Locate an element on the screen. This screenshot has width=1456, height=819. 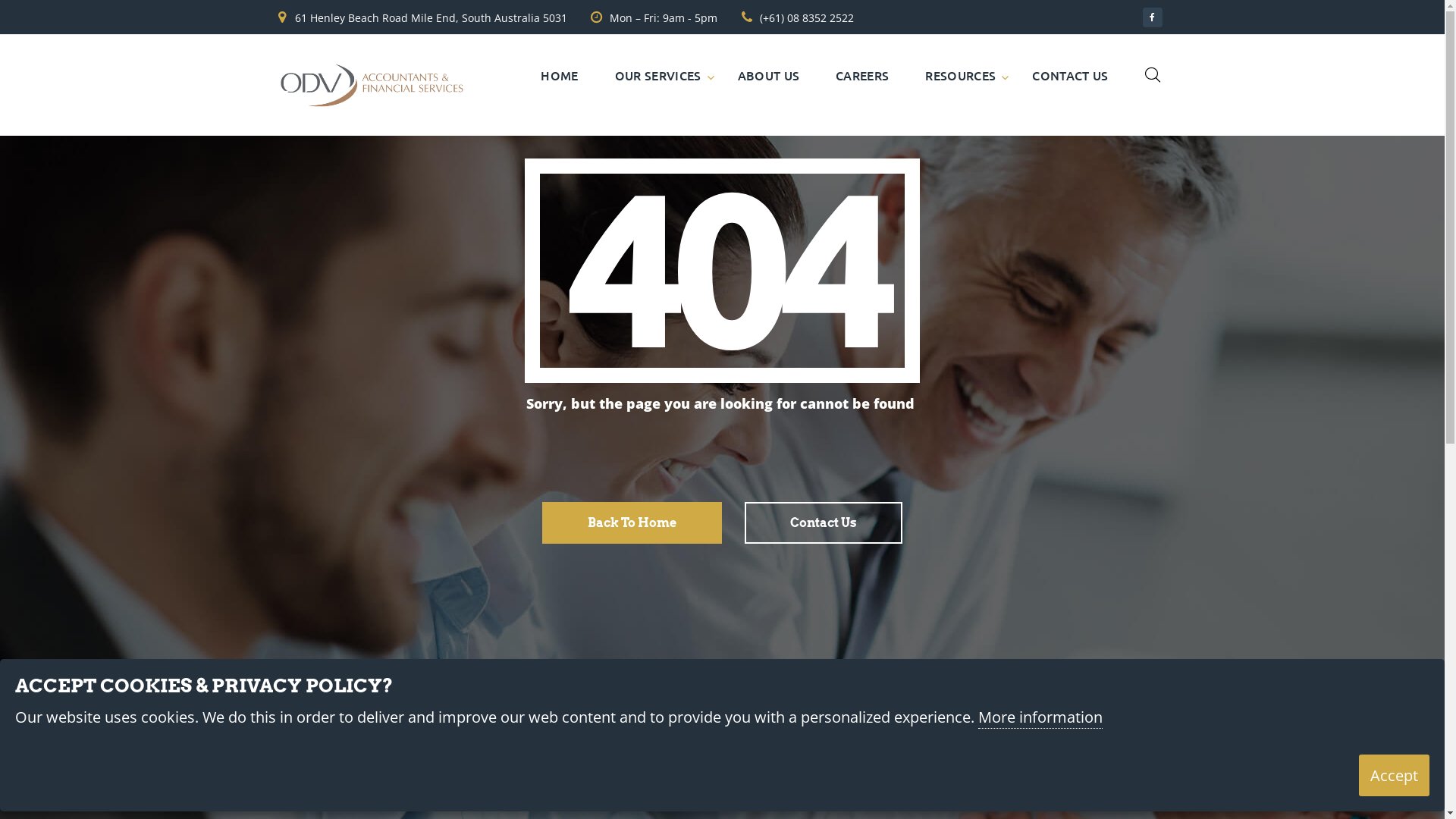
'Facebook' is located at coordinates (1151, 17).